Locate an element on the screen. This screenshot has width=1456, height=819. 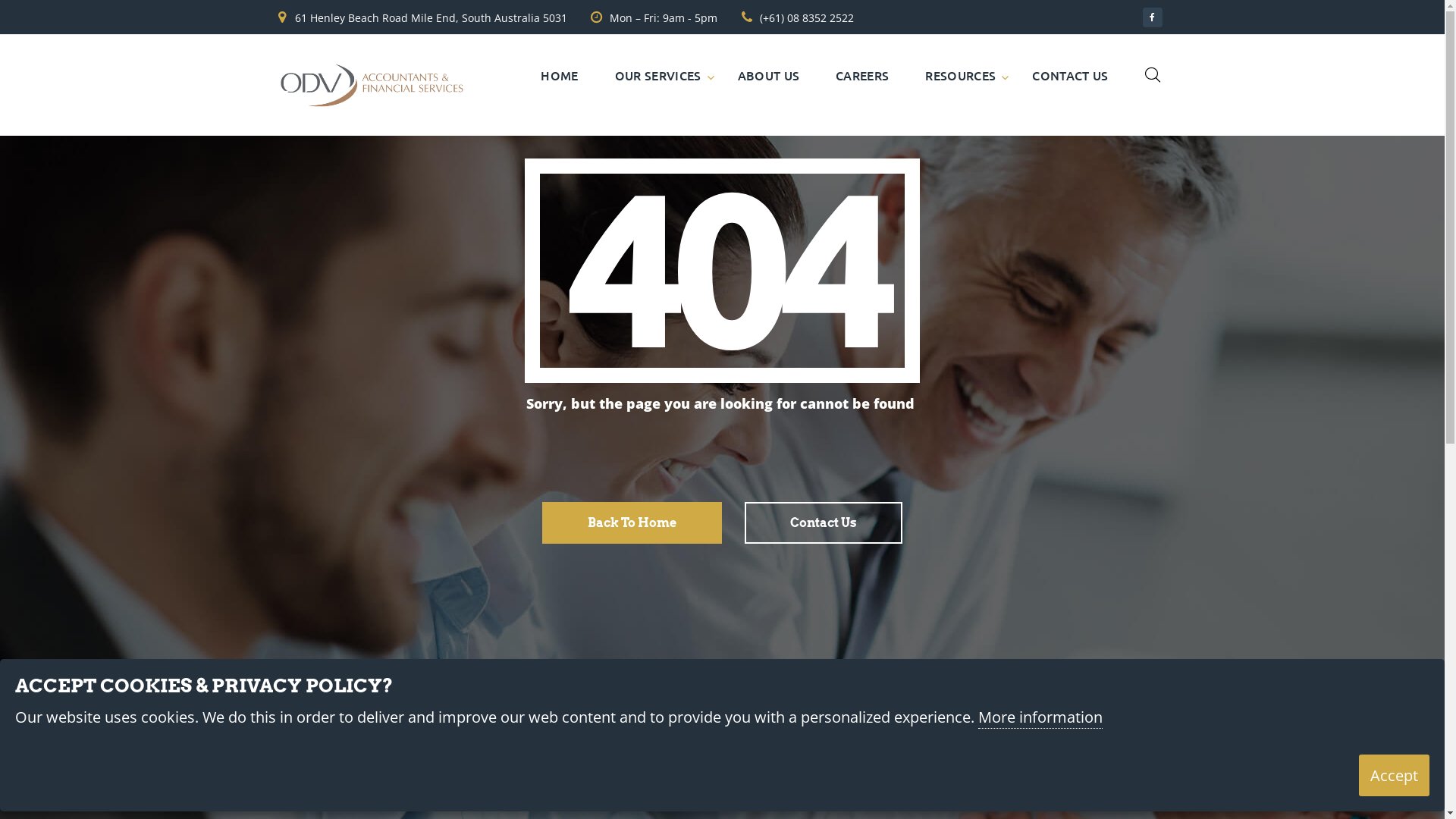
'Facebook' is located at coordinates (1151, 17).